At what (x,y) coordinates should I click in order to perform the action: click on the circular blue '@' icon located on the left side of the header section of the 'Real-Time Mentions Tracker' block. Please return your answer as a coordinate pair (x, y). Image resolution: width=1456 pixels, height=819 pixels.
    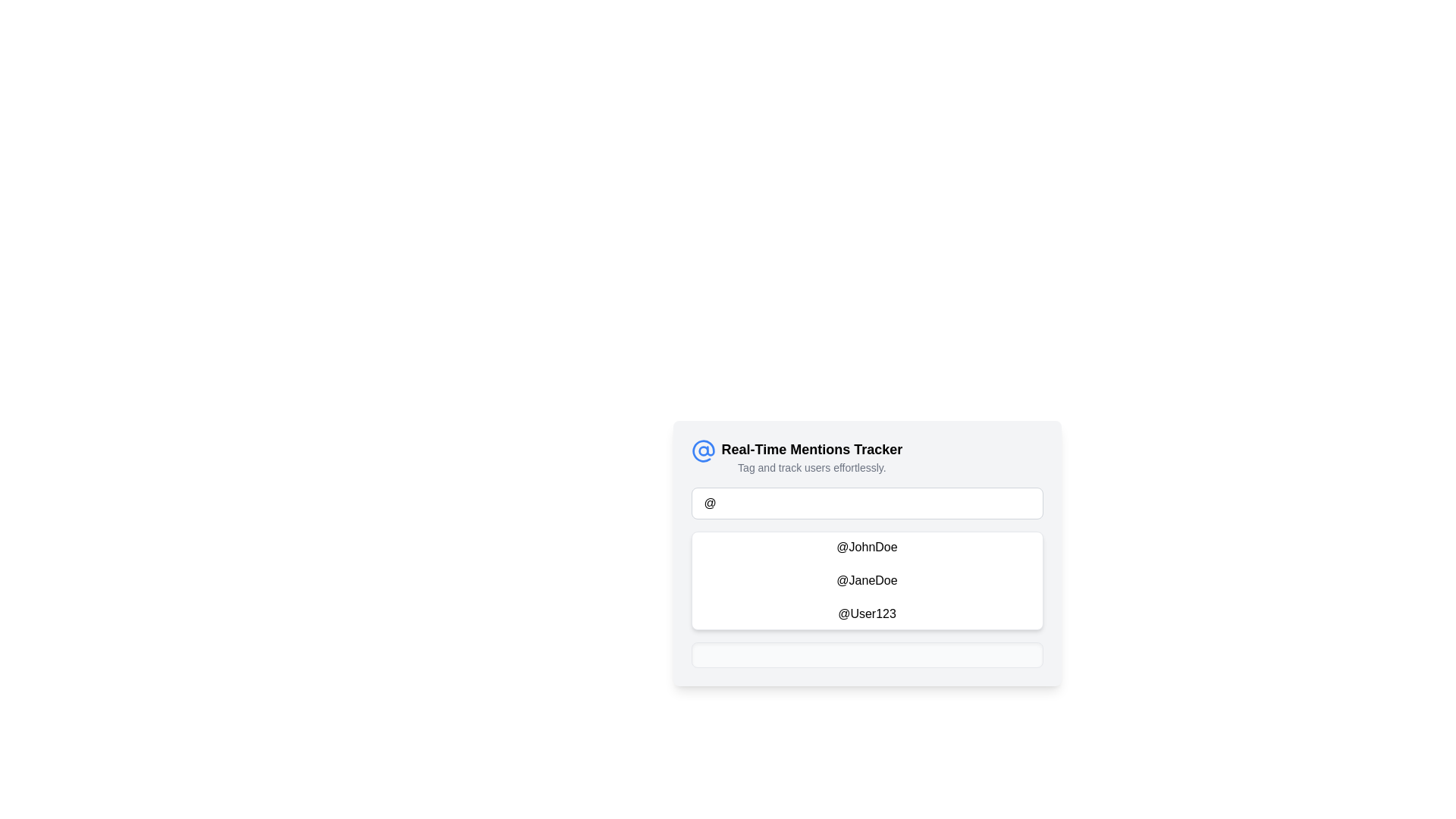
    Looking at the image, I should click on (702, 450).